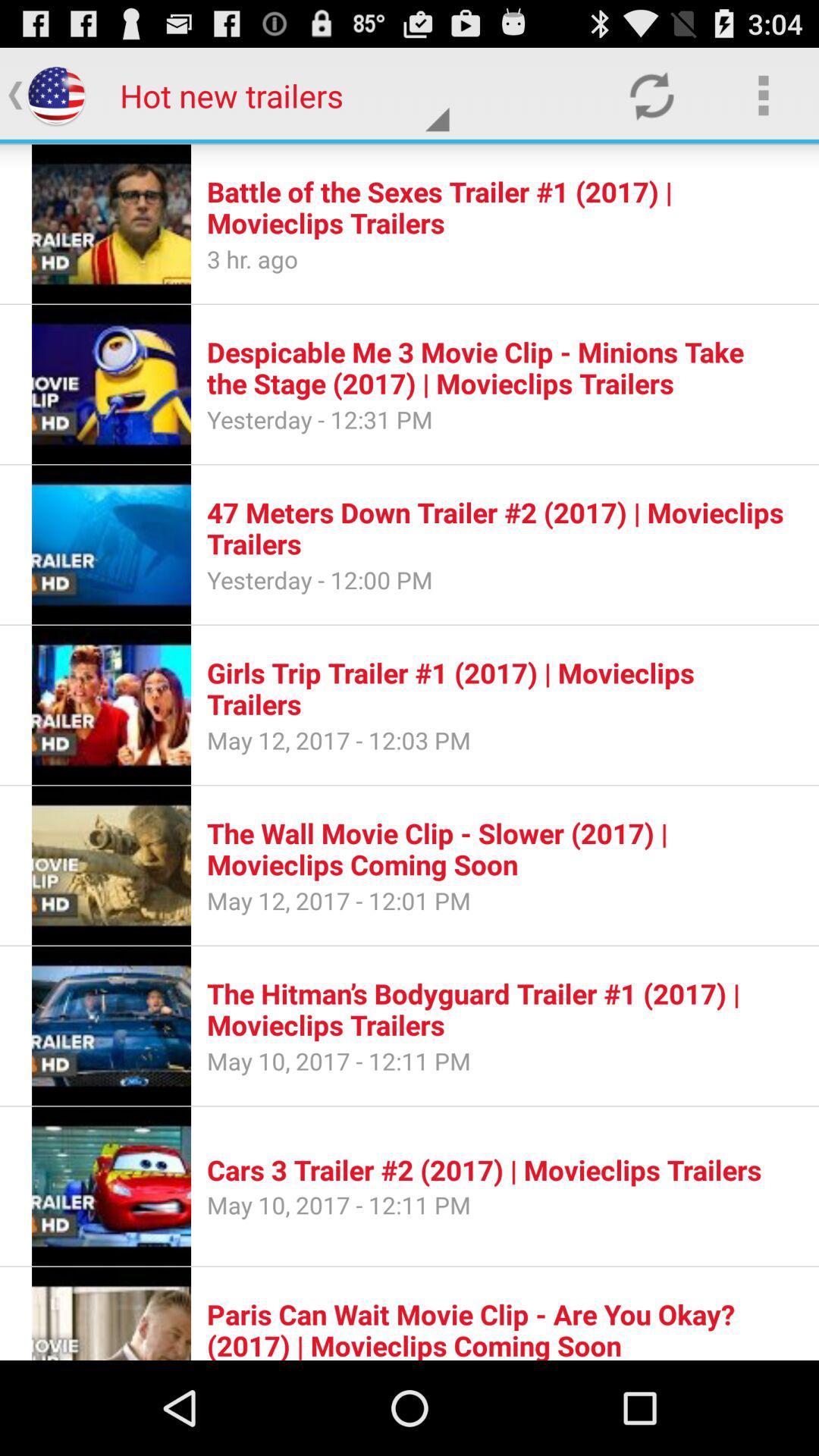 The width and height of the screenshot is (819, 1456). What do you see at coordinates (651, 94) in the screenshot?
I see `the item next to hot new trailers icon` at bounding box center [651, 94].